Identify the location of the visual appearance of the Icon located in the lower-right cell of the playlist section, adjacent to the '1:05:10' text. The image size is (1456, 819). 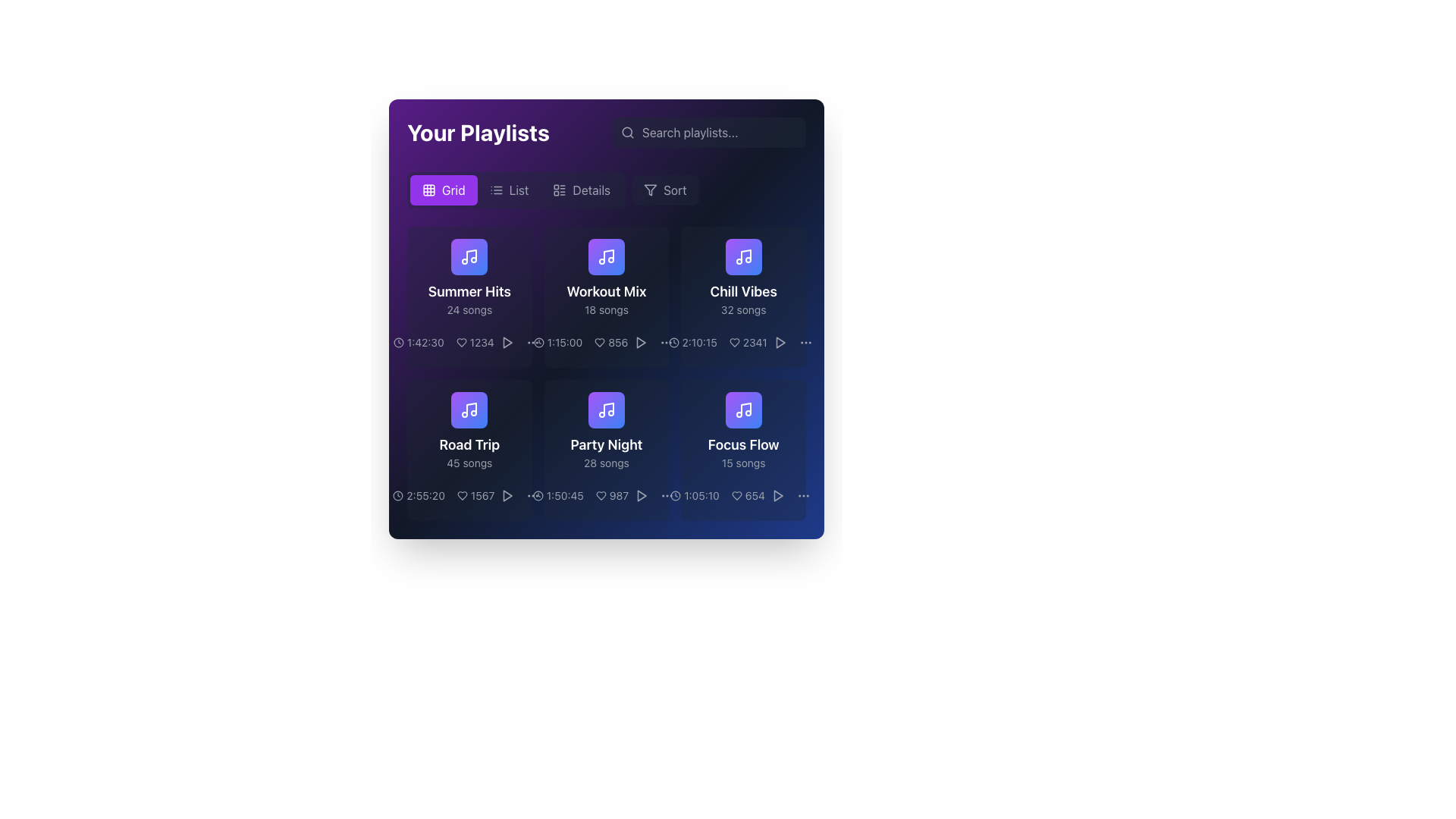
(675, 496).